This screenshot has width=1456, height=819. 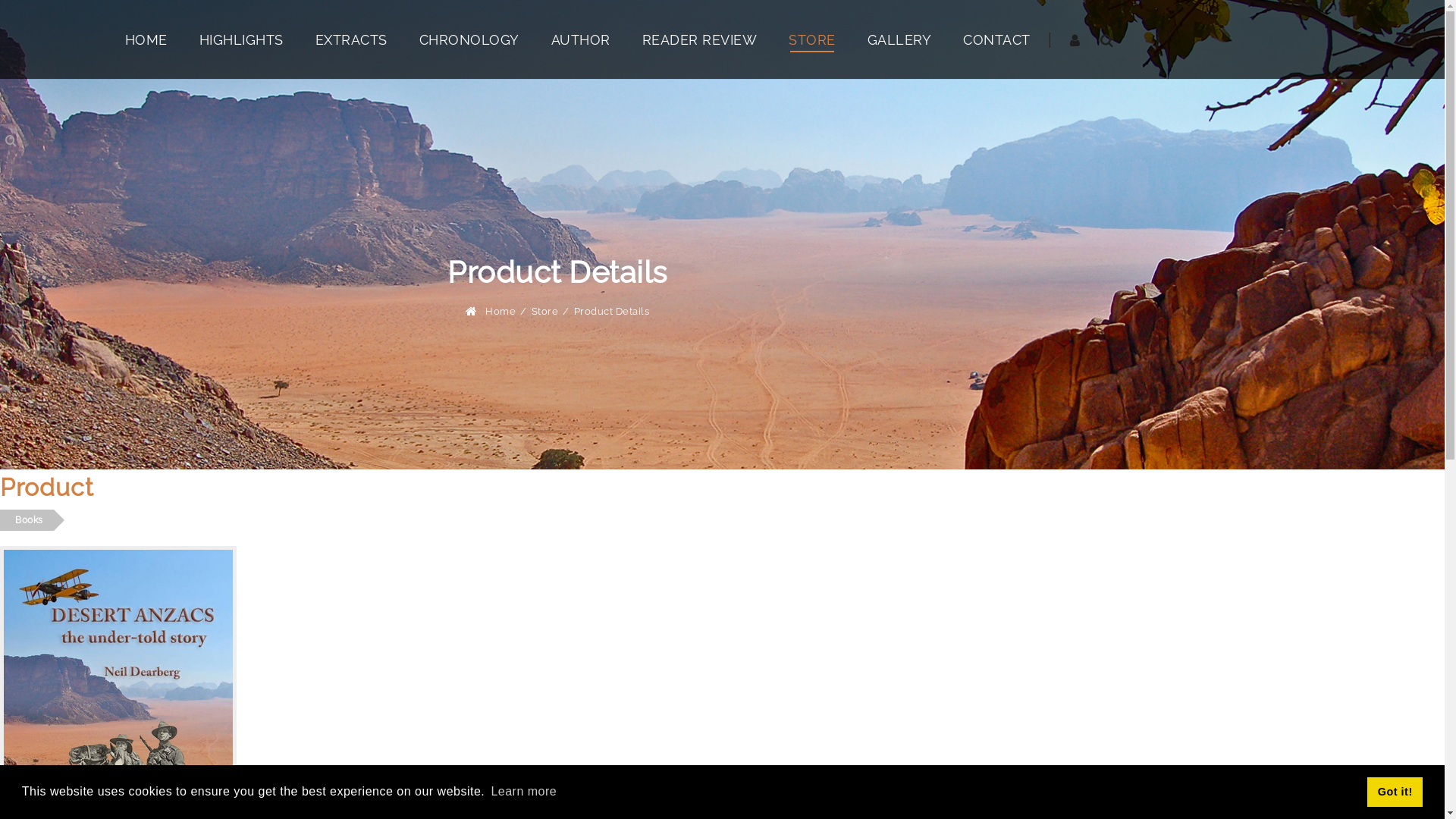 I want to click on 'CONTACT', so click(x=996, y=38).